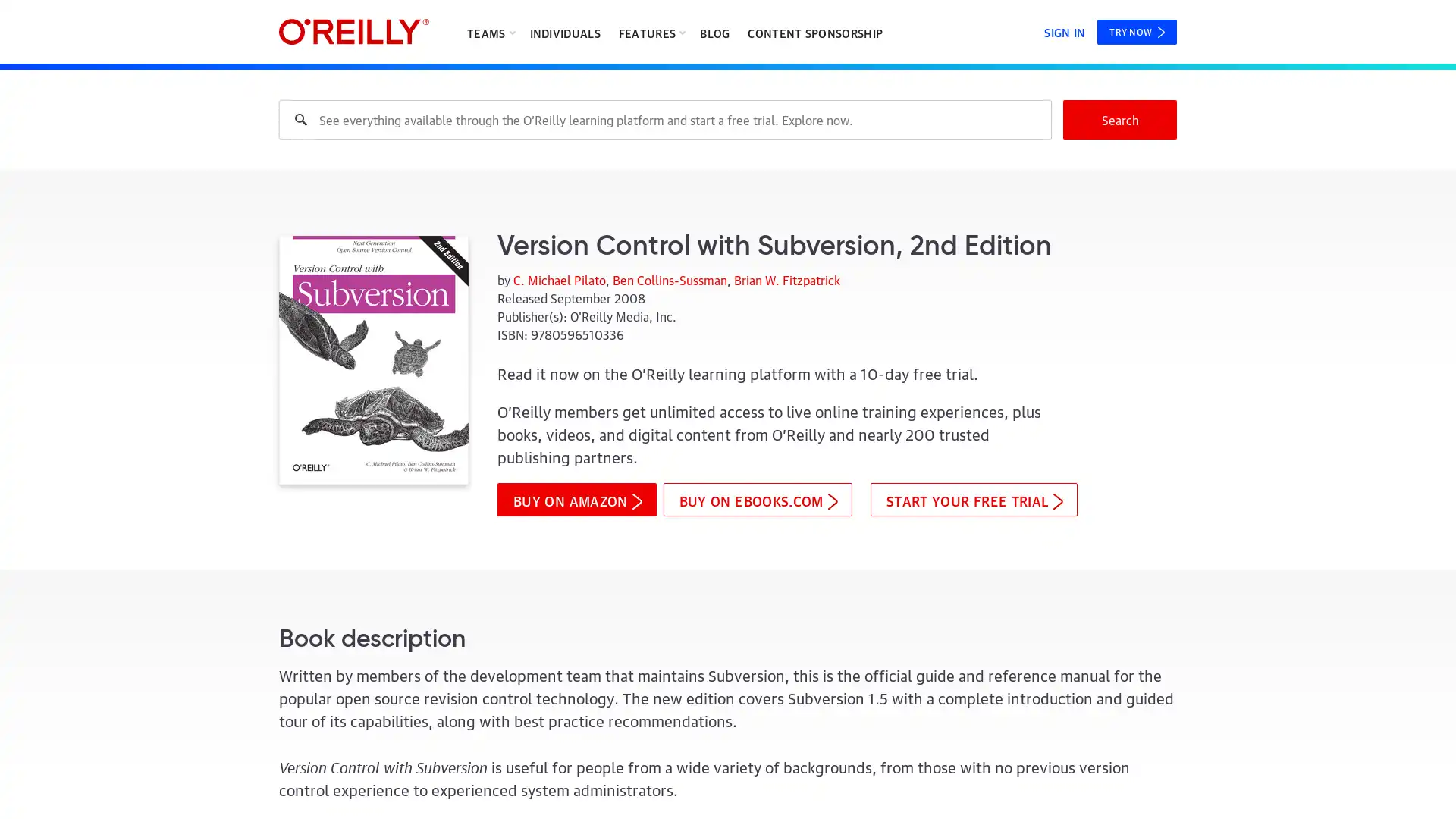 Image resolution: width=1456 pixels, height=819 pixels. What do you see at coordinates (1120, 119) in the screenshot?
I see `Search` at bounding box center [1120, 119].